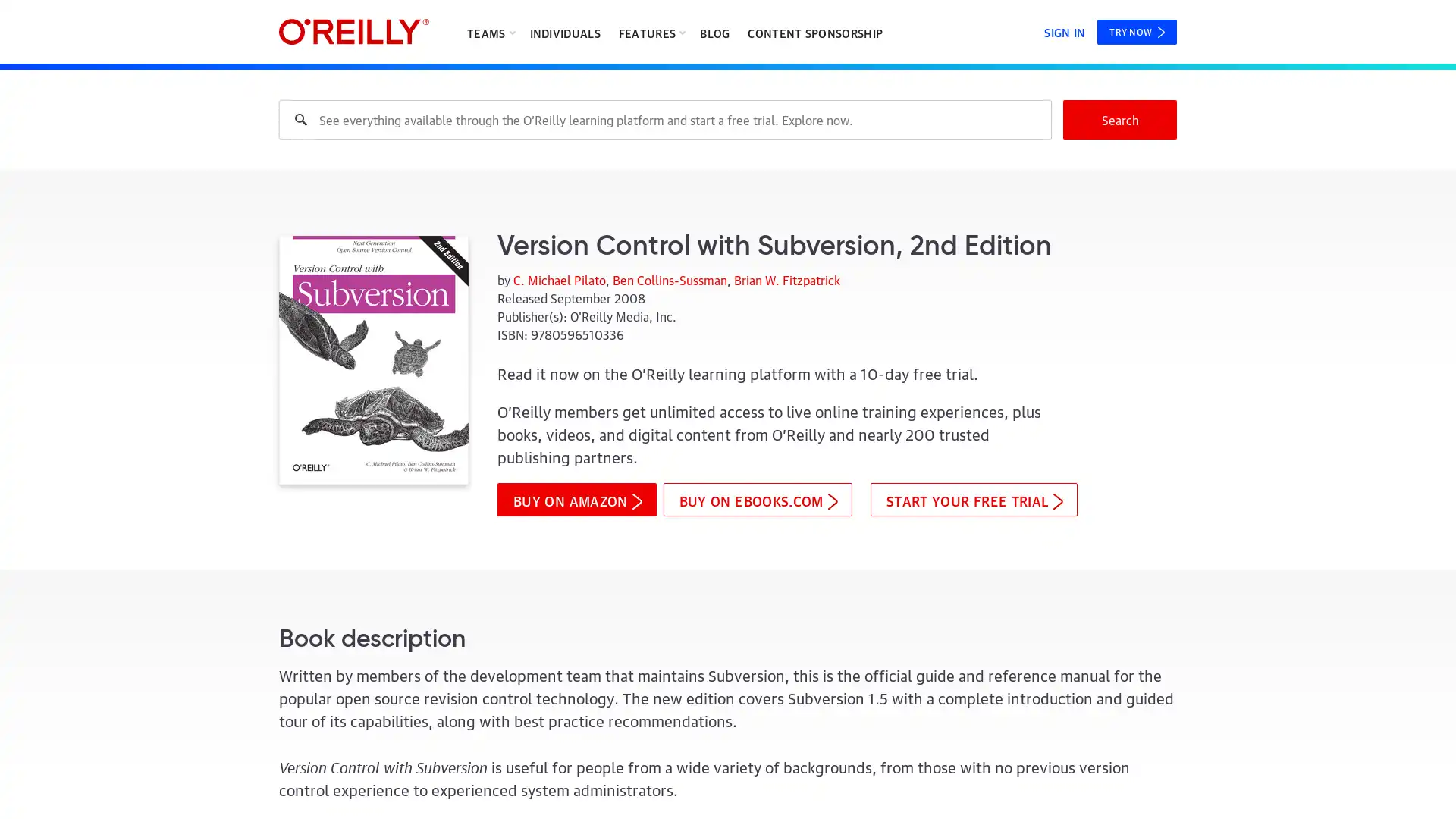 Image resolution: width=1456 pixels, height=819 pixels. What do you see at coordinates (1120, 119) in the screenshot?
I see `Search` at bounding box center [1120, 119].